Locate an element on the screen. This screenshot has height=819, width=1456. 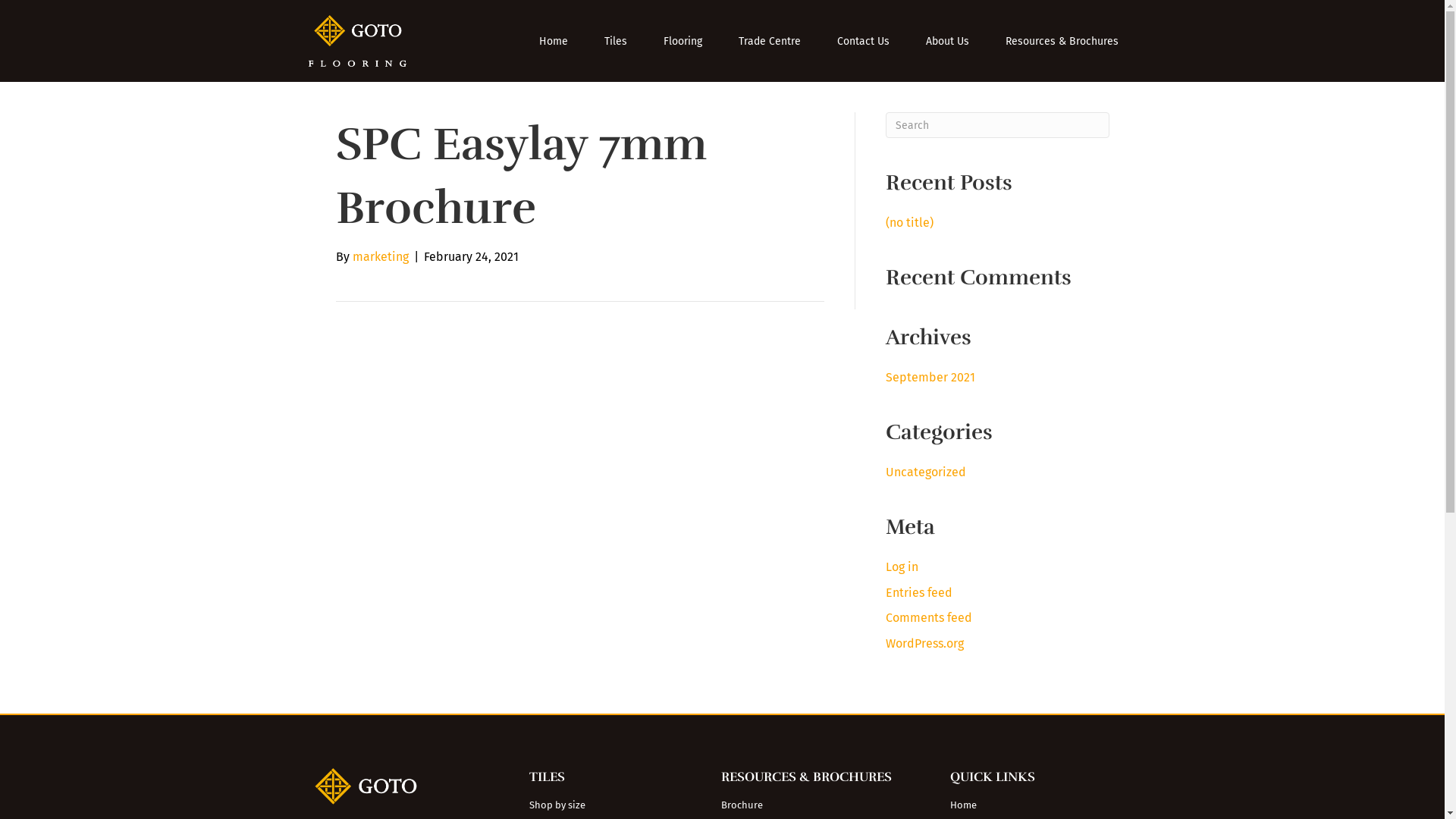
'Tiles' is located at coordinates (615, 40).